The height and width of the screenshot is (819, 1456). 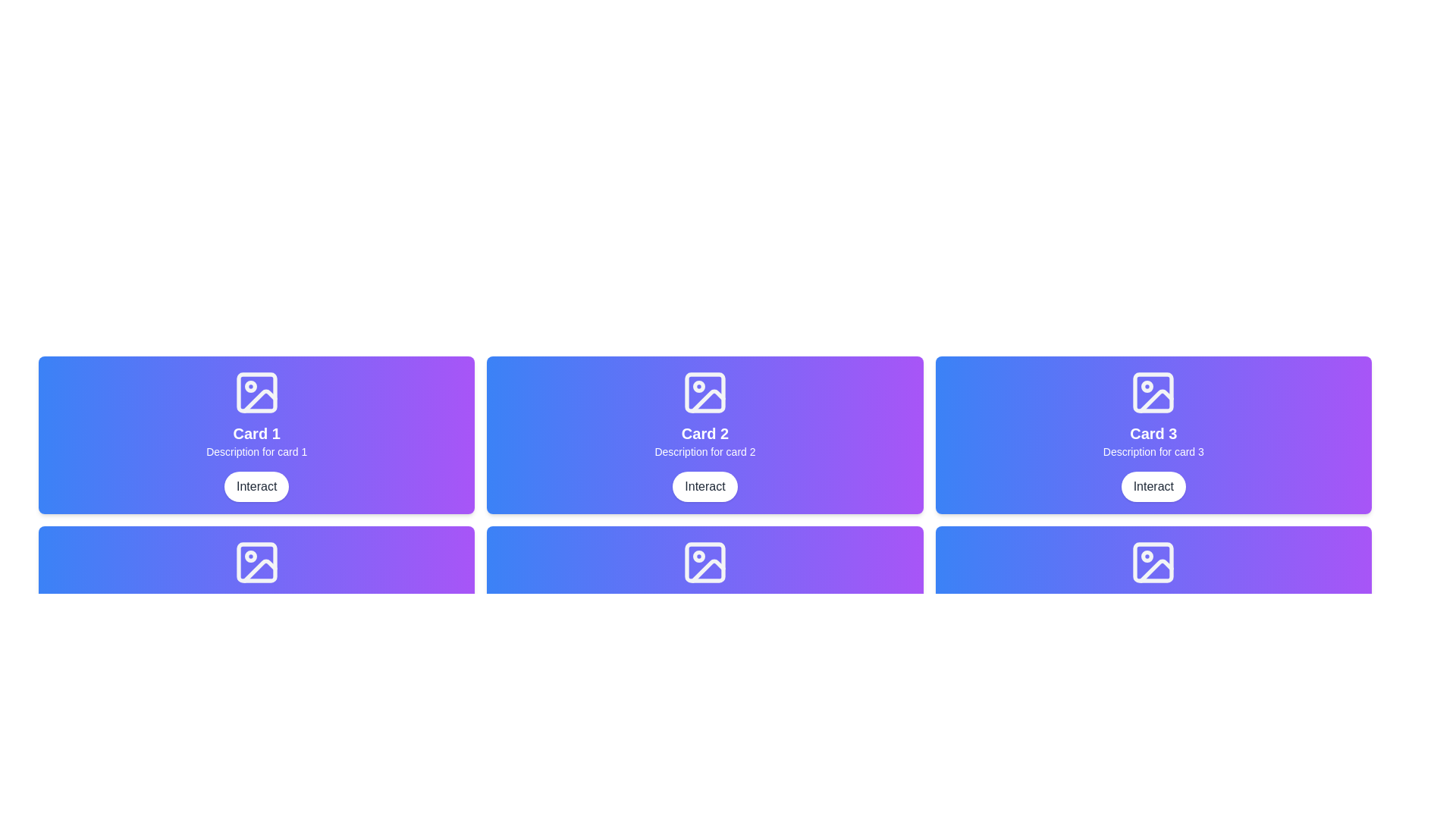 What do you see at coordinates (704, 391) in the screenshot?
I see `the decorative icon located in 'Card 2', which is centrally positioned above the text 'Card 2' and 'Description for card 2'` at bounding box center [704, 391].